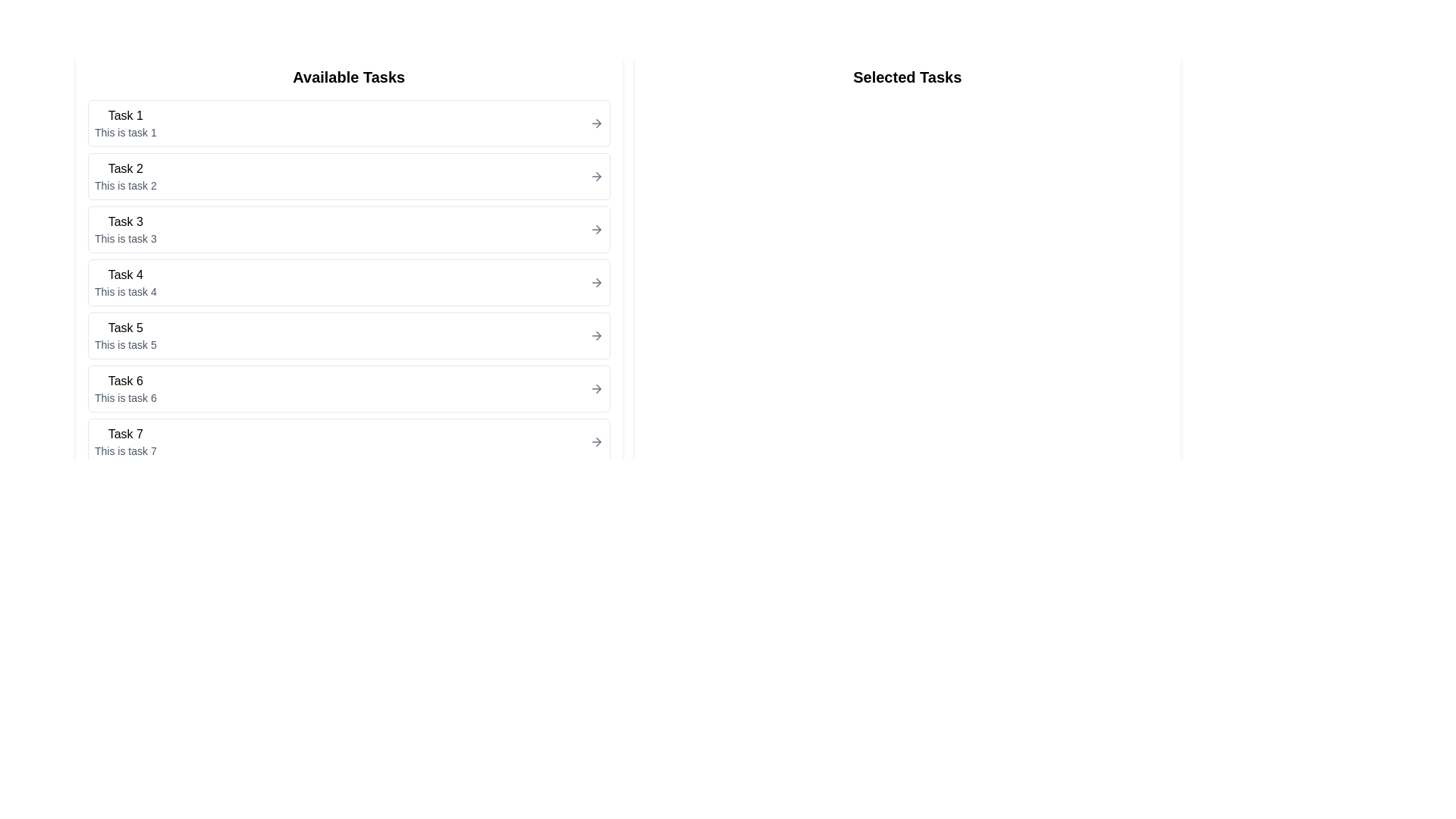 The width and height of the screenshot is (1456, 819). Describe the element at coordinates (125, 388) in the screenshot. I see `the Text block element labeled 'Task 6', which consists of two lines of text` at that location.